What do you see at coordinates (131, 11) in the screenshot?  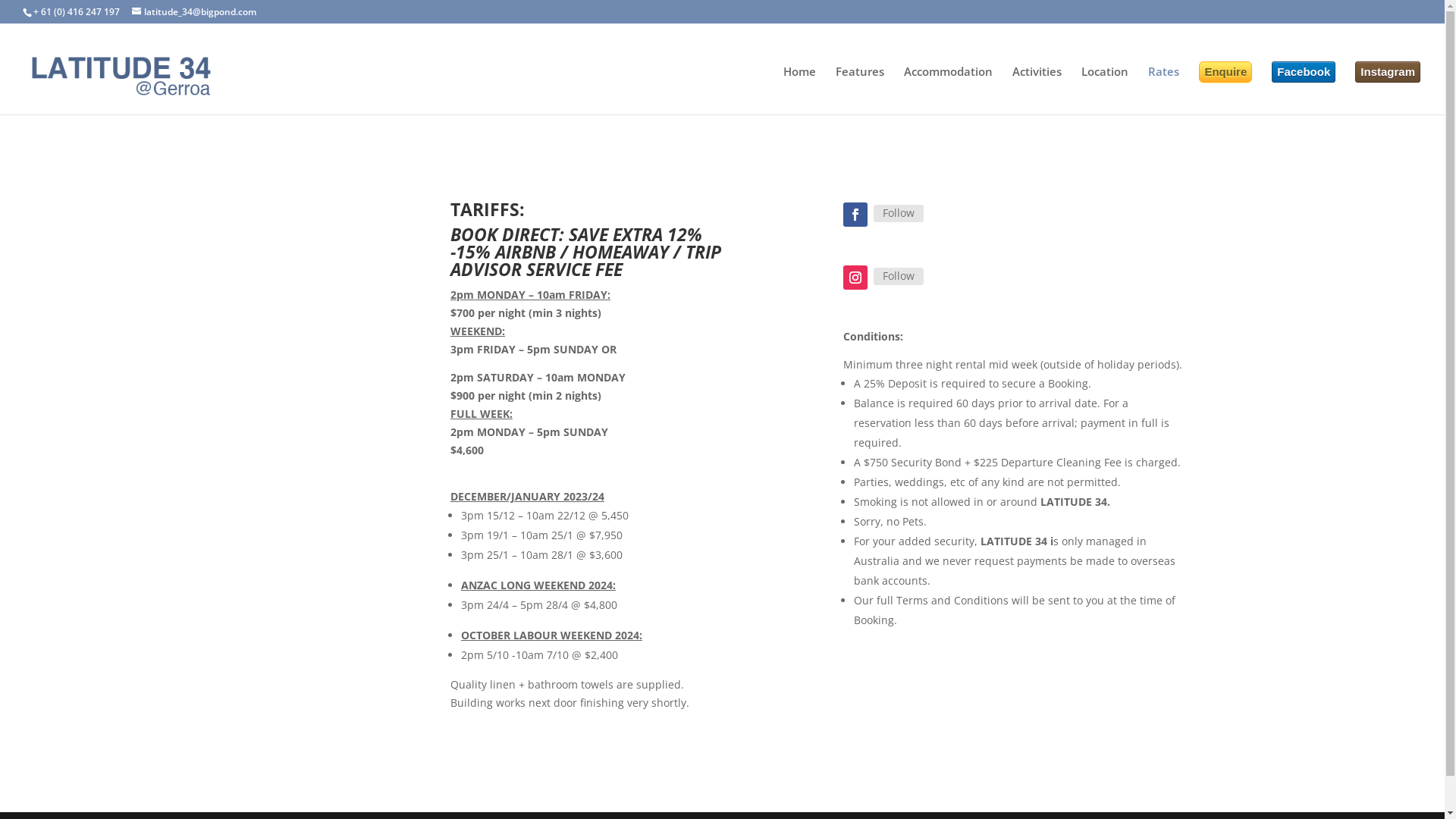 I see `'latitude_34@bigpond.com'` at bounding box center [131, 11].